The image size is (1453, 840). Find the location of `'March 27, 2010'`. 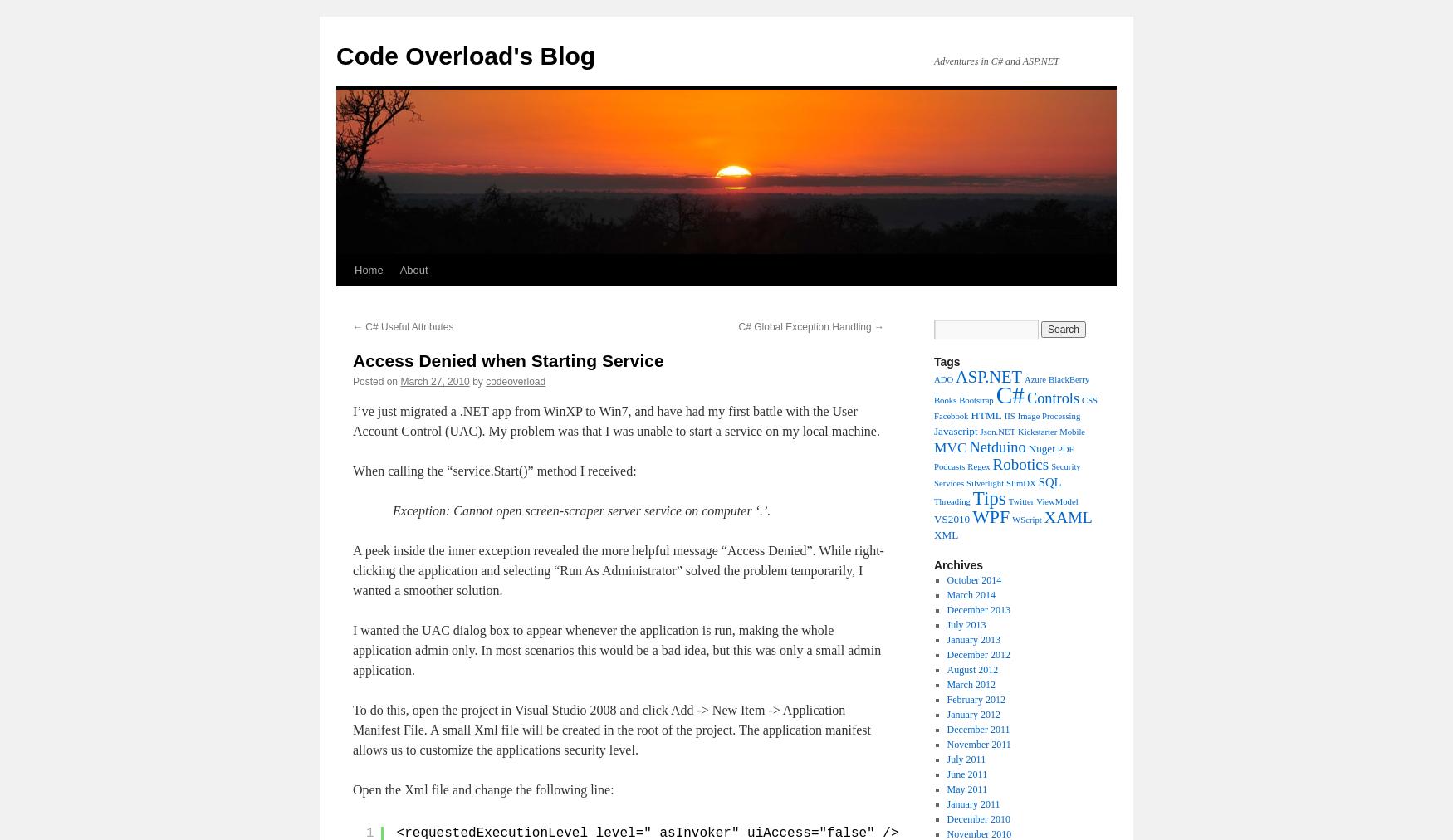

'March 27, 2010' is located at coordinates (433, 381).